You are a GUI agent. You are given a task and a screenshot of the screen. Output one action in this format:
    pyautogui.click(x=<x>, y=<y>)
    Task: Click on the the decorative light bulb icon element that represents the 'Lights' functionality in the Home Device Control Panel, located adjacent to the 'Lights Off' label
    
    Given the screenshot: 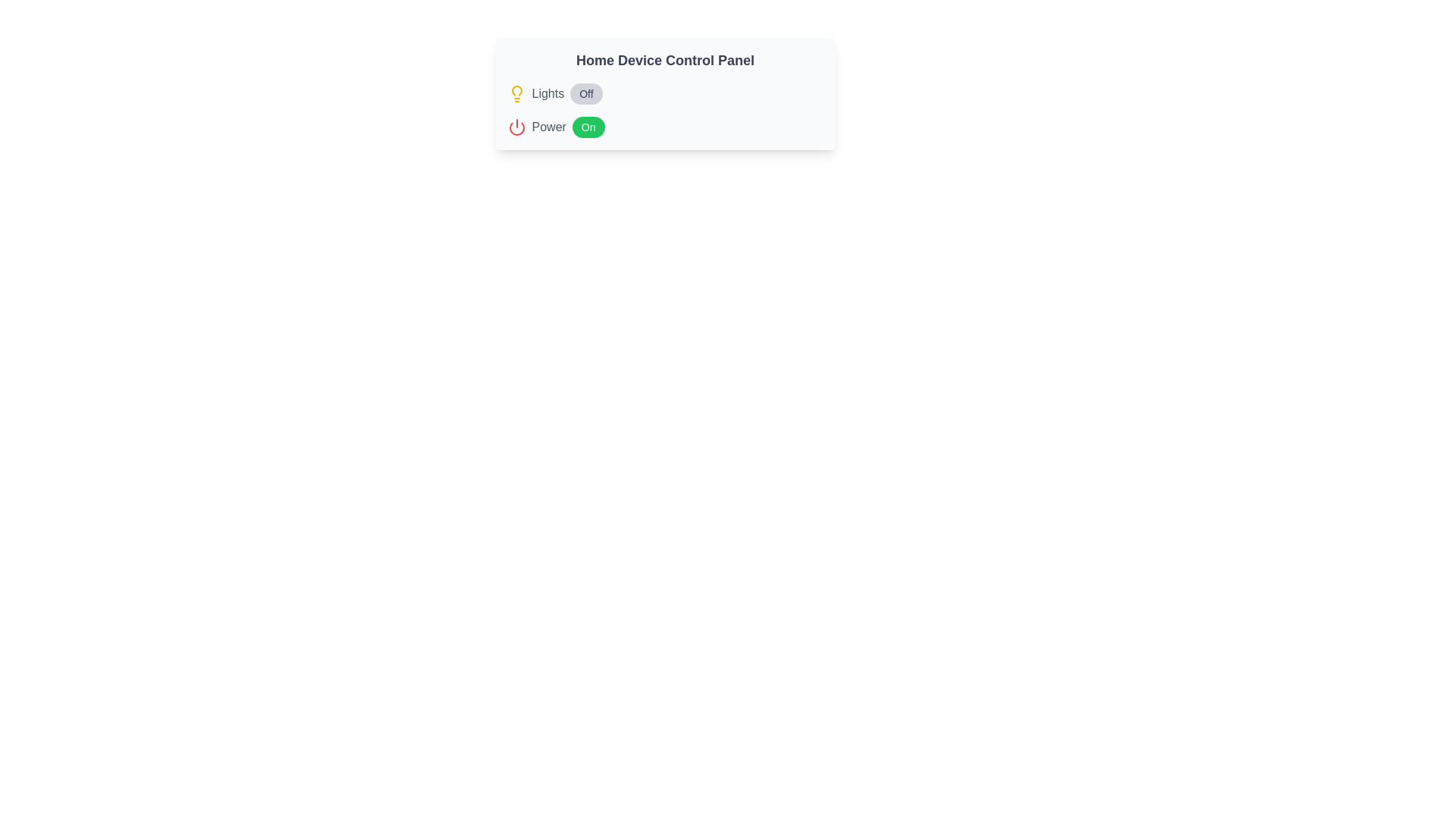 What is the action you would take?
    pyautogui.click(x=516, y=90)
    